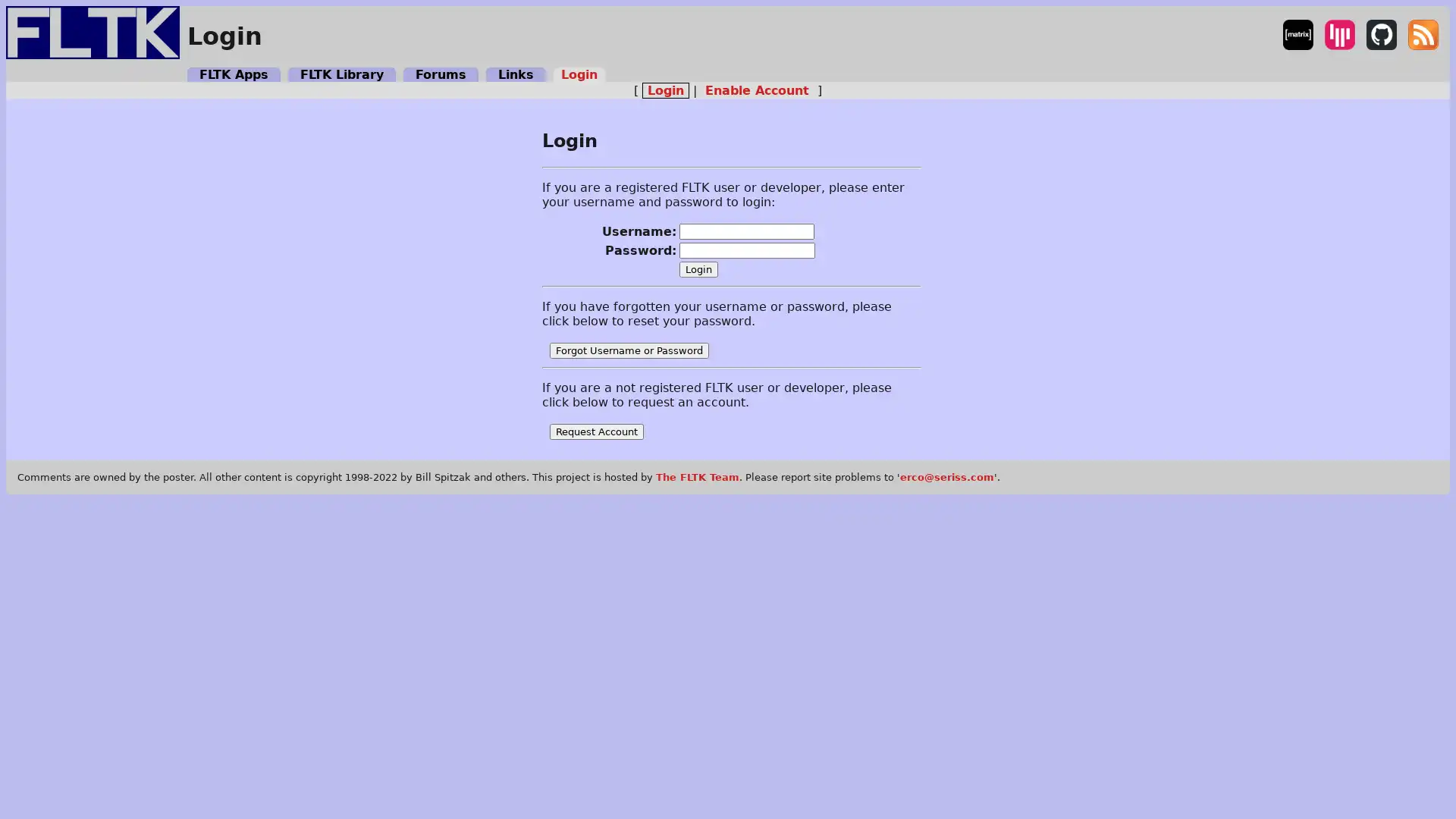  What do you see at coordinates (595, 431) in the screenshot?
I see `Request Account` at bounding box center [595, 431].